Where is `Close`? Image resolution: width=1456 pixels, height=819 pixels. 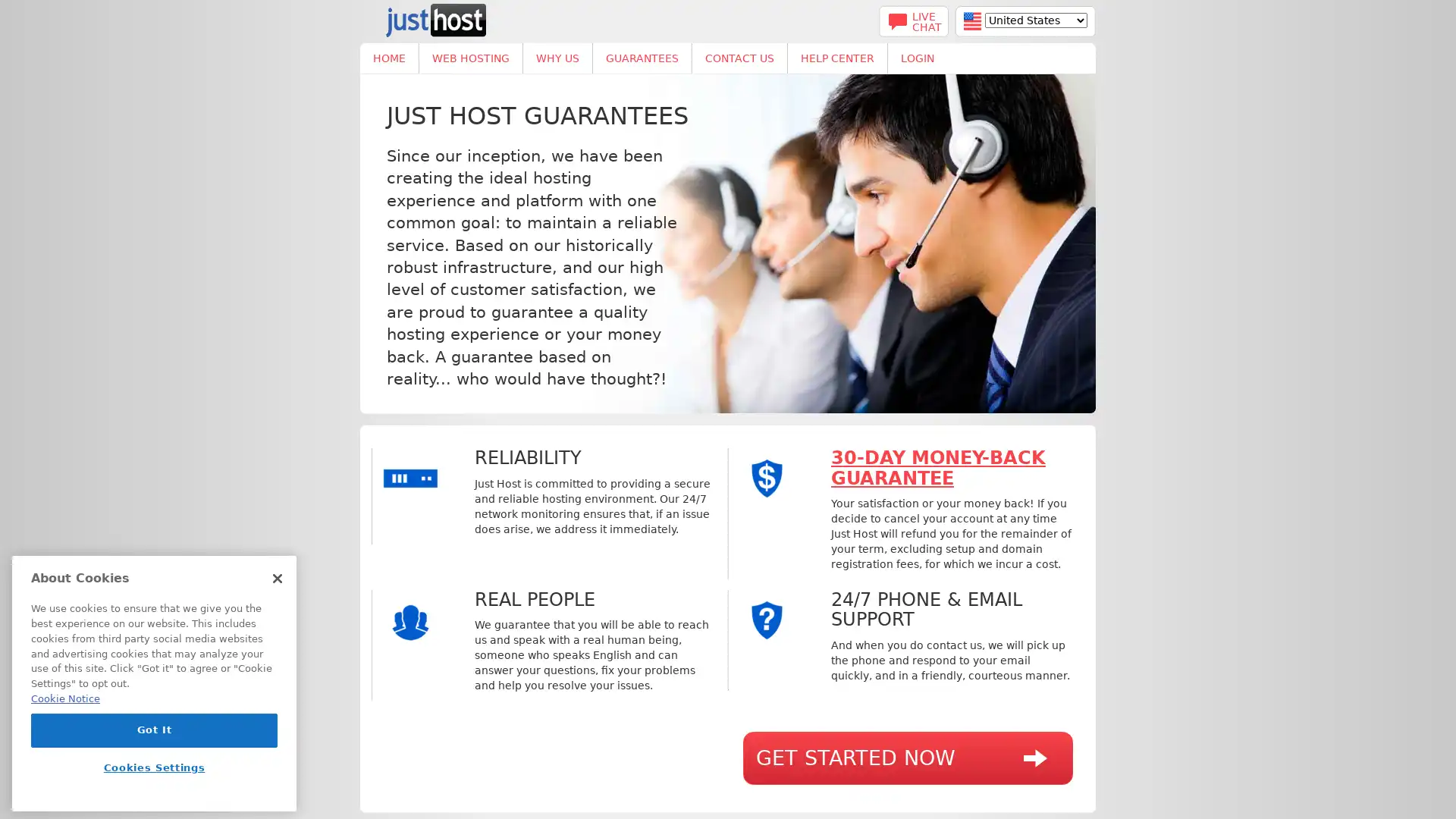
Close is located at coordinates (277, 579).